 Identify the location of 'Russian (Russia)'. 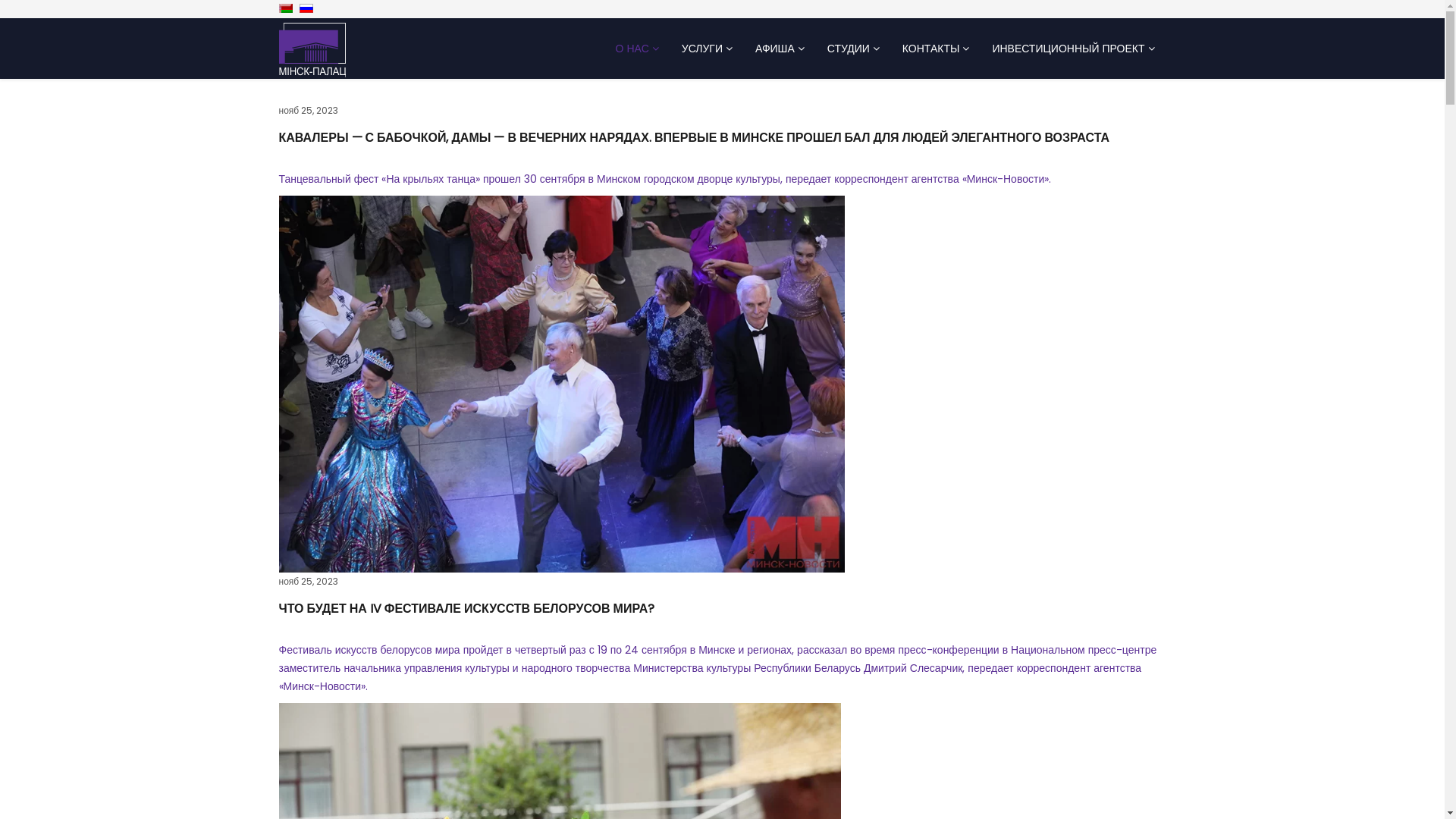
(305, 8).